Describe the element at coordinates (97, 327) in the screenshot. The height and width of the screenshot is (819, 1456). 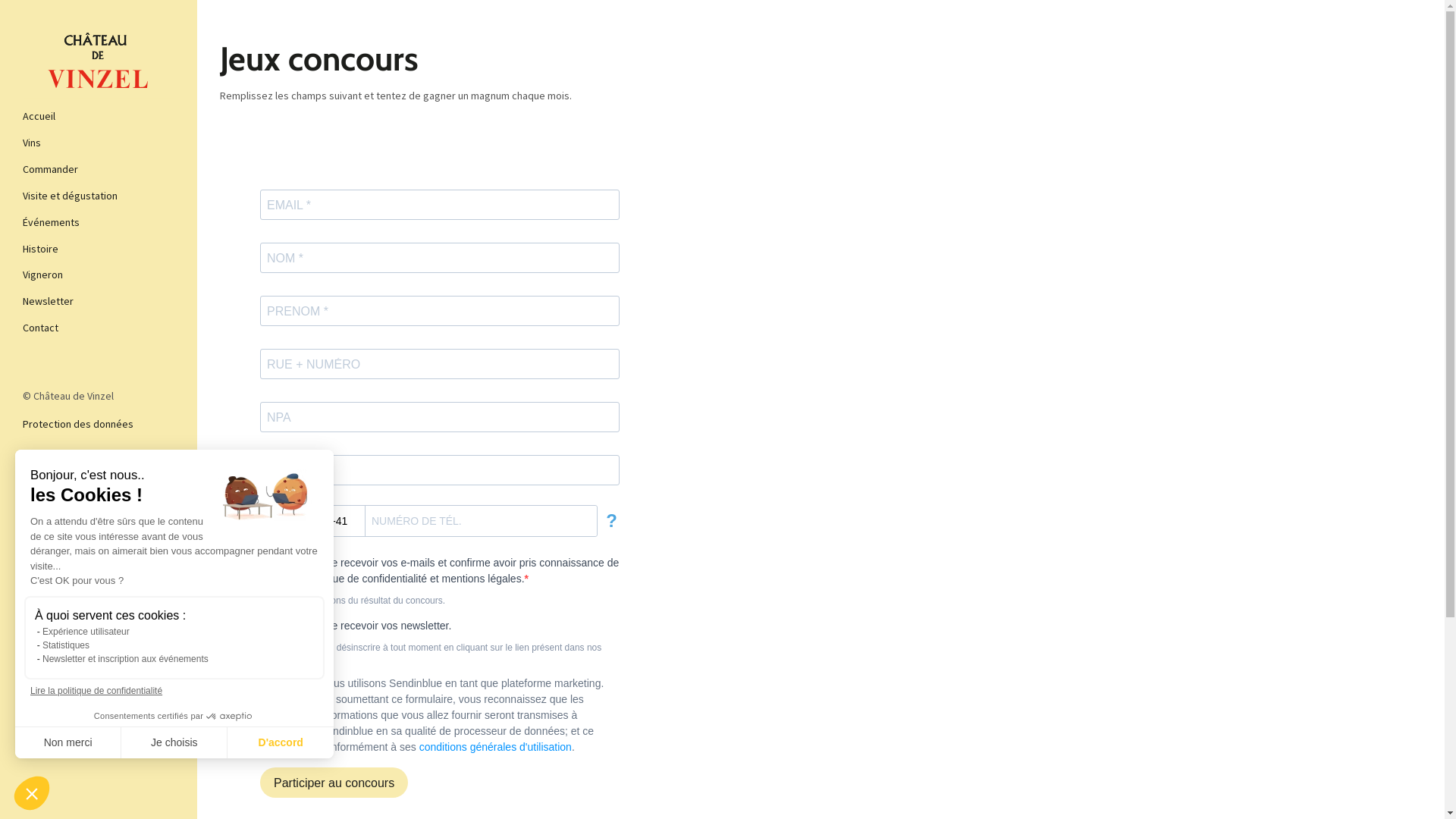
I see `'Contact'` at that location.